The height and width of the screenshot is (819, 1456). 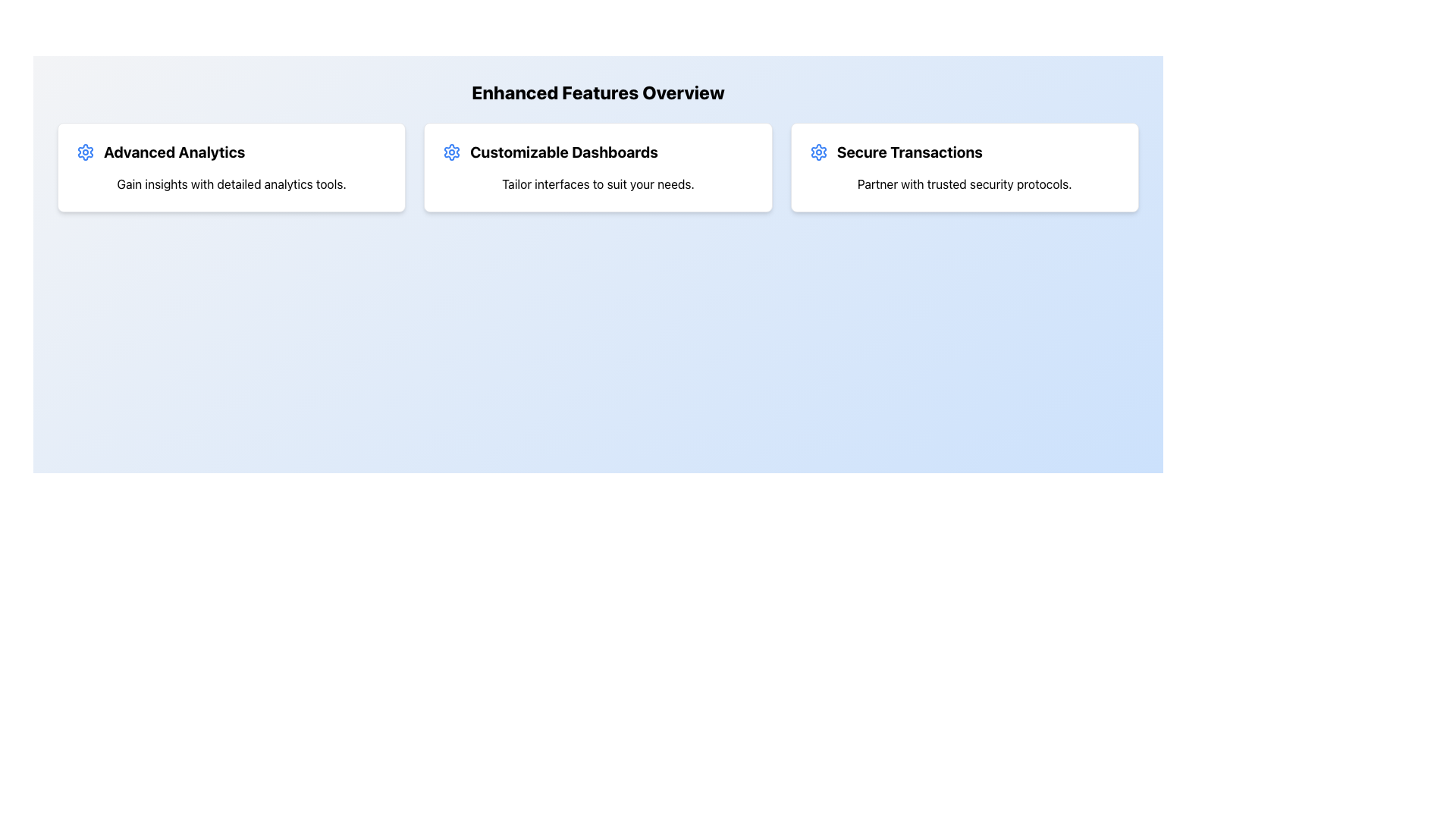 What do you see at coordinates (563, 152) in the screenshot?
I see `text from the Text Label that serves as a title for the feature card, located in the middle card under the 'Enhanced Features Overview' section` at bounding box center [563, 152].